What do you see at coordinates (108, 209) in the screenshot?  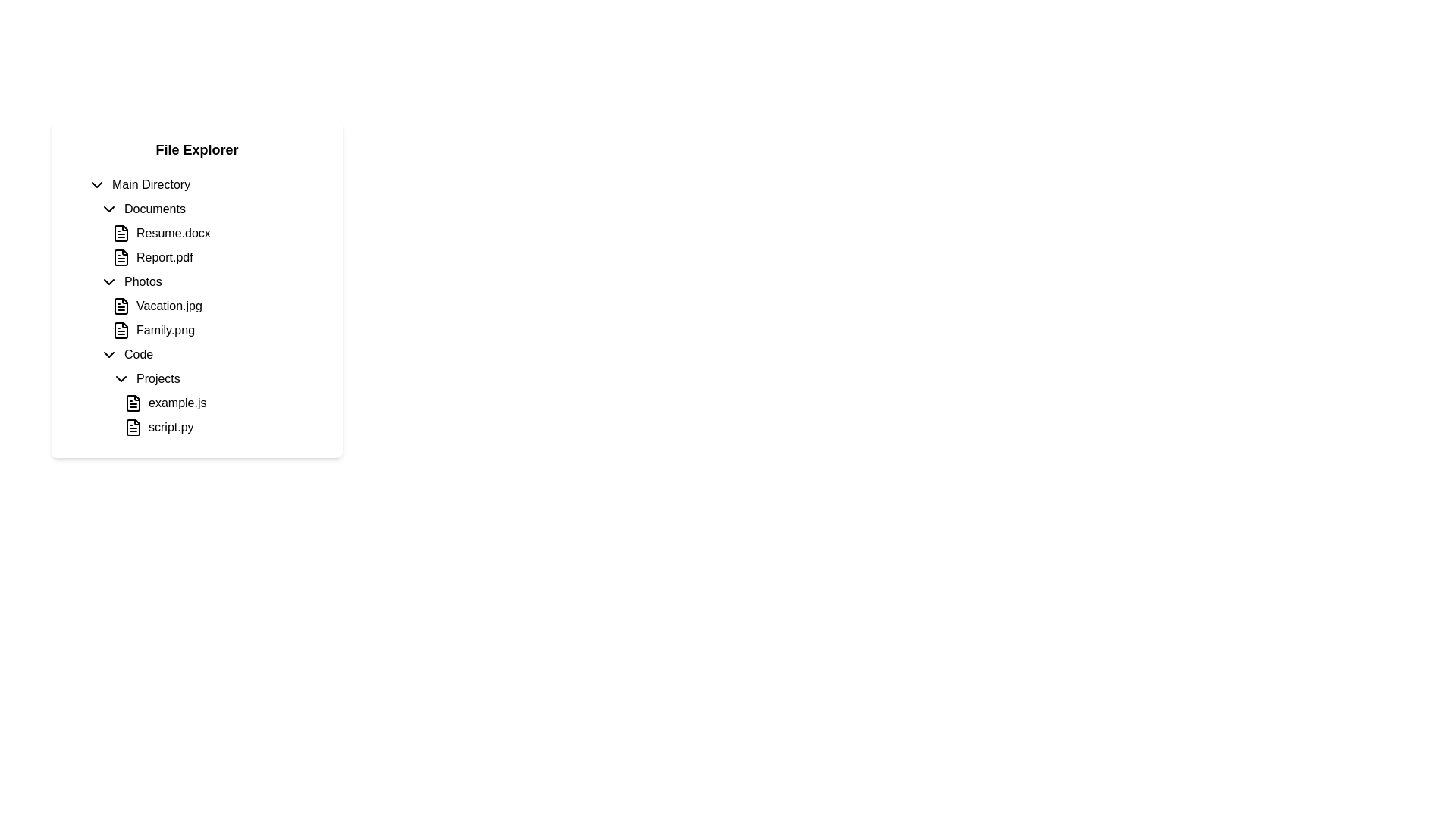 I see `the downward-facing chevron icon button located immediately to the left of the 'Documents' text` at bounding box center [108, 209].